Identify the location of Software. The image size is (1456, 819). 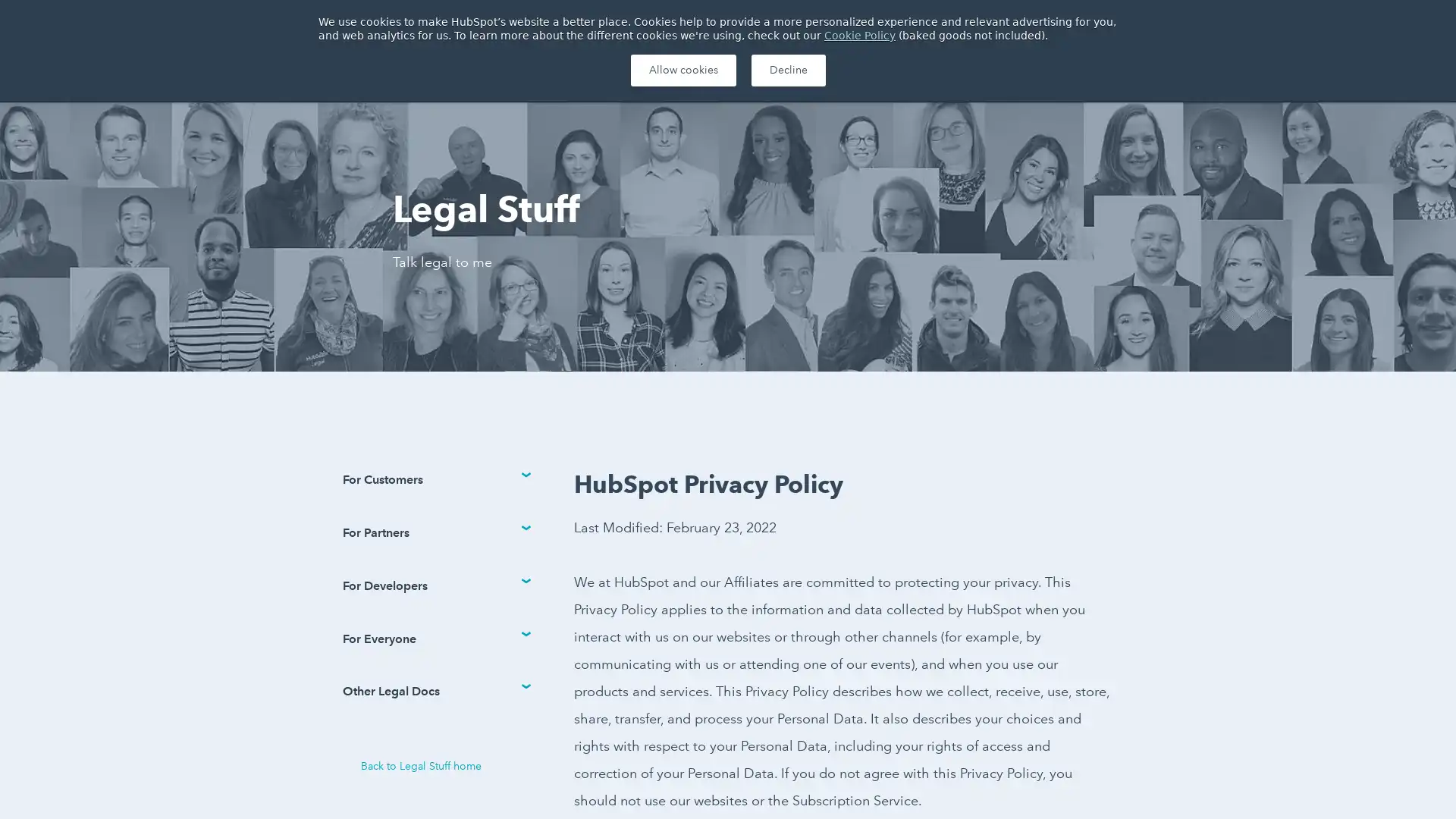
(490, 70).